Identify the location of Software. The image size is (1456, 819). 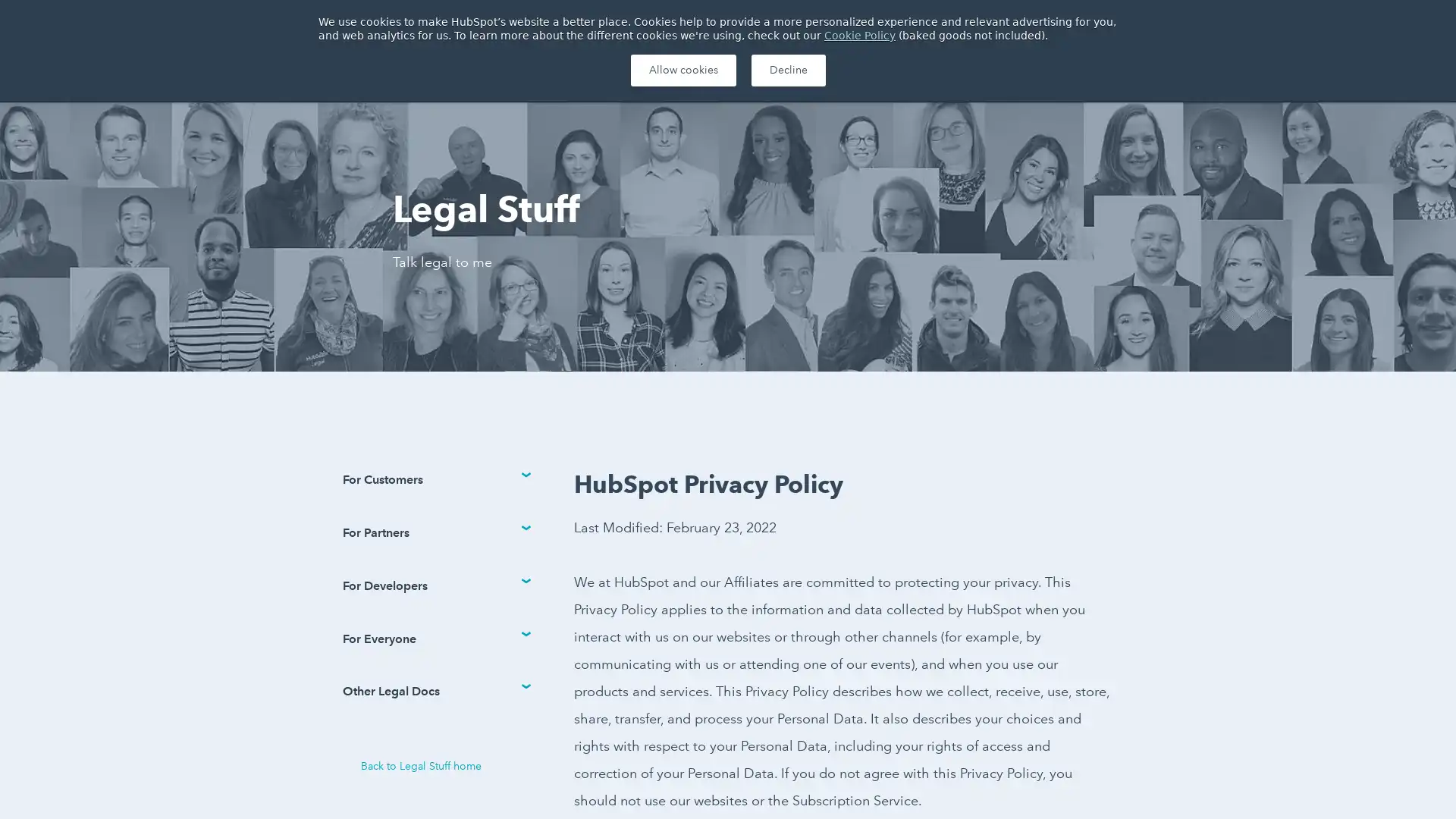
(490, 70).